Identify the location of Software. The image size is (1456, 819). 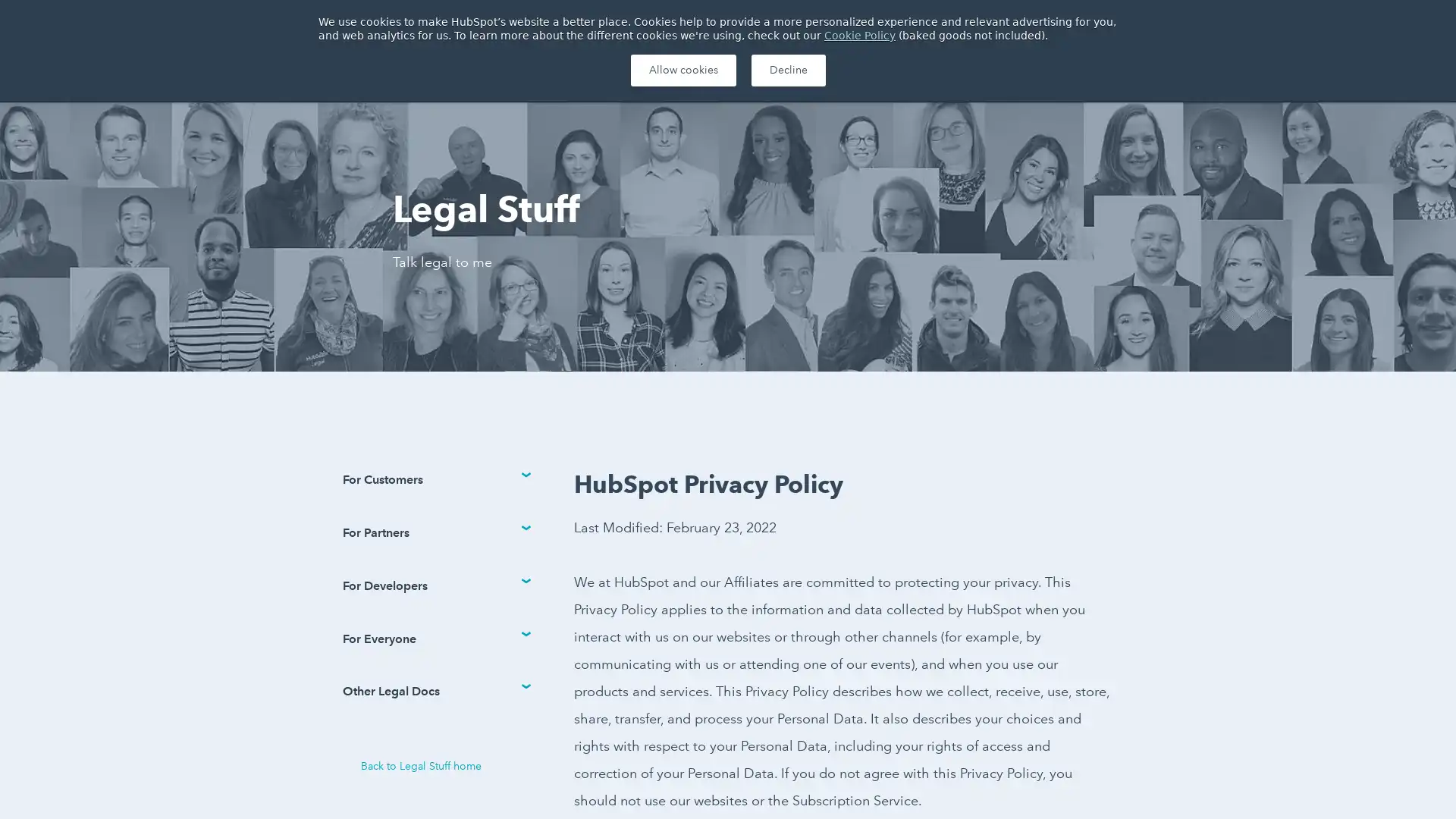
(490, 70).